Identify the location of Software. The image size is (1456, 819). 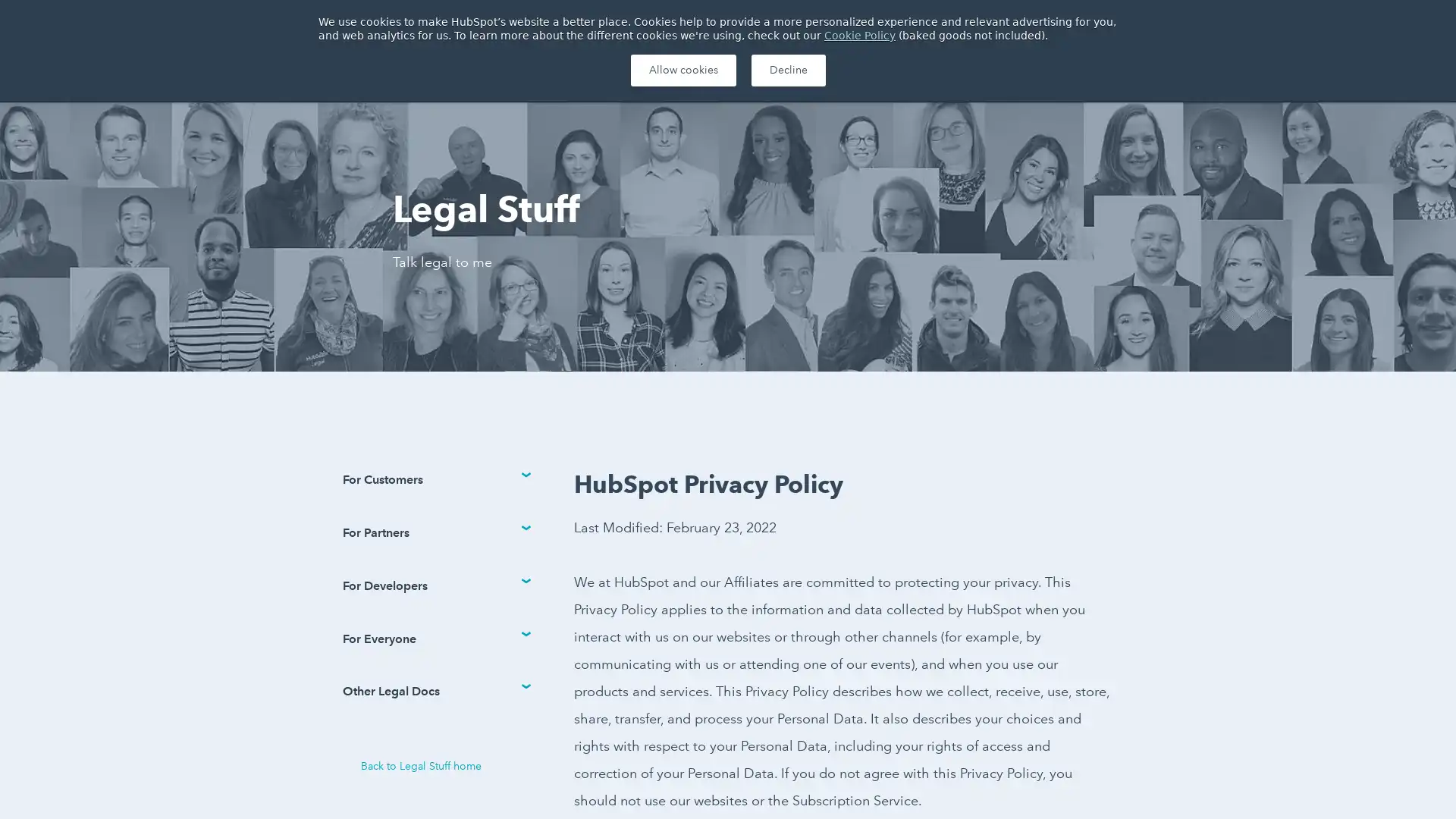
(490, 70).